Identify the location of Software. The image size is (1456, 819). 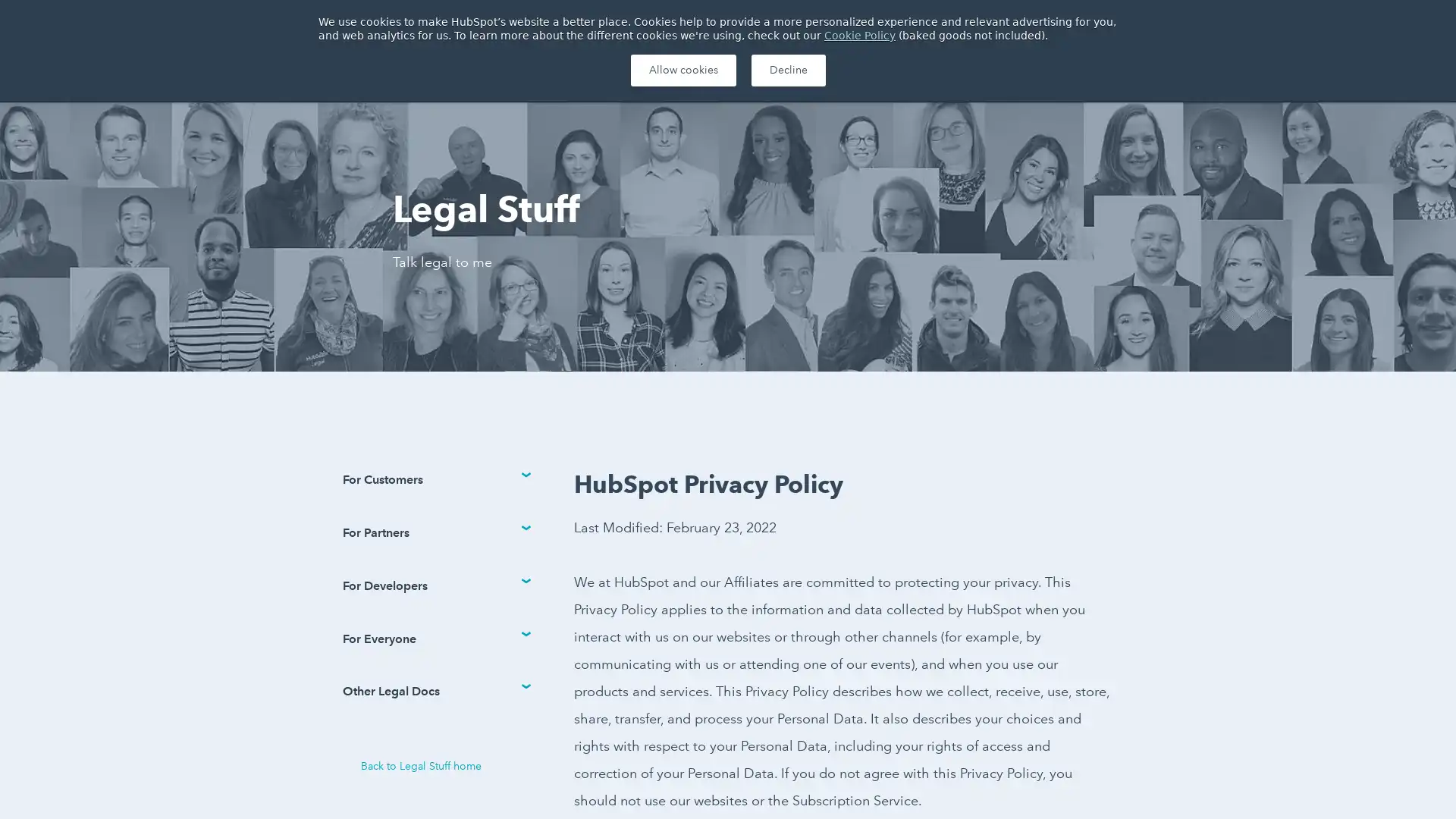
(490, 70).